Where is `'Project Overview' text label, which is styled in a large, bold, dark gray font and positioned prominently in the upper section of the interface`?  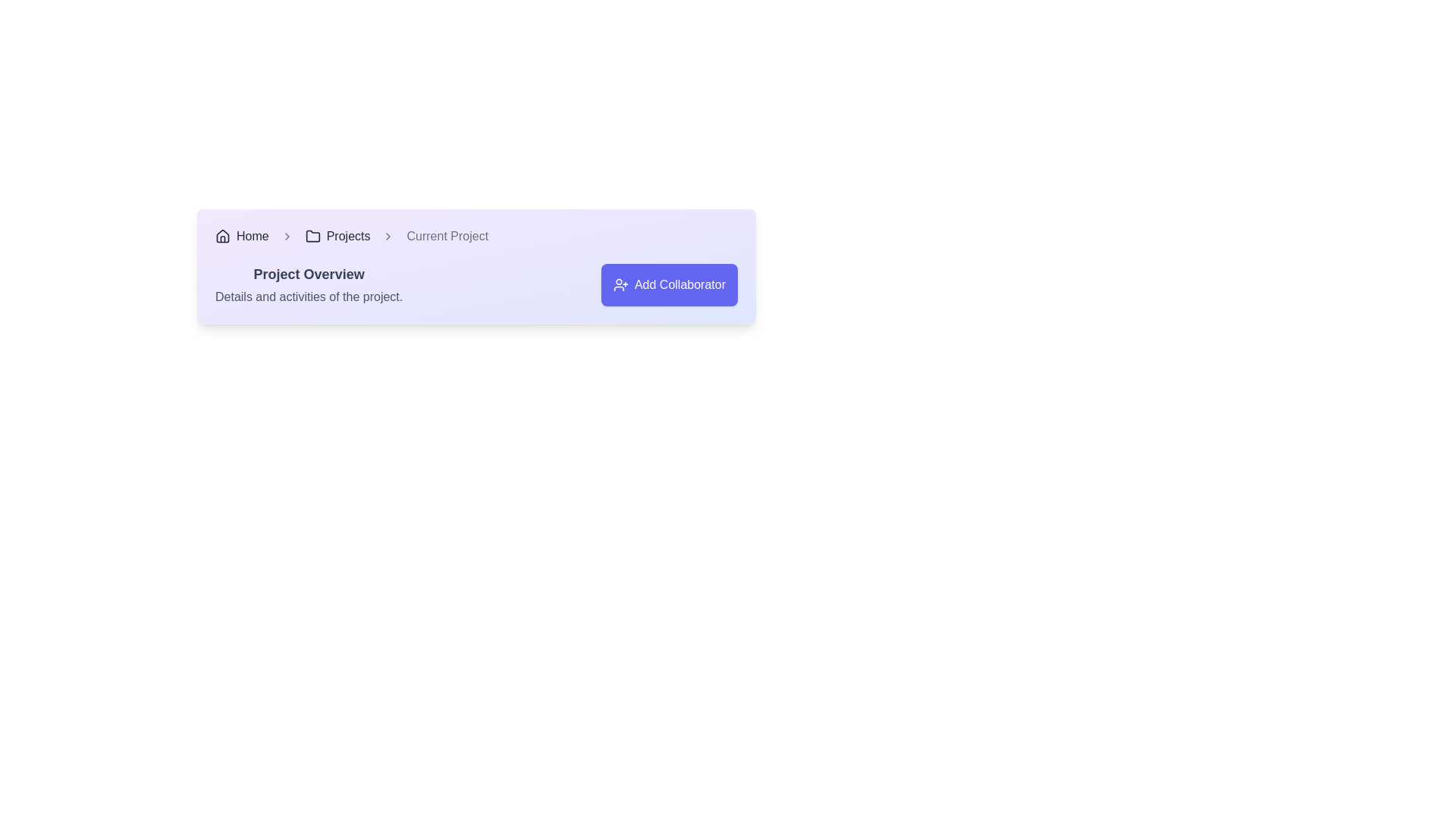 'Project Overview' text label, which is styled in a large, bold, dark gray font and positioned prominently in the upper section of the interface is located at coordinates (308, 275).